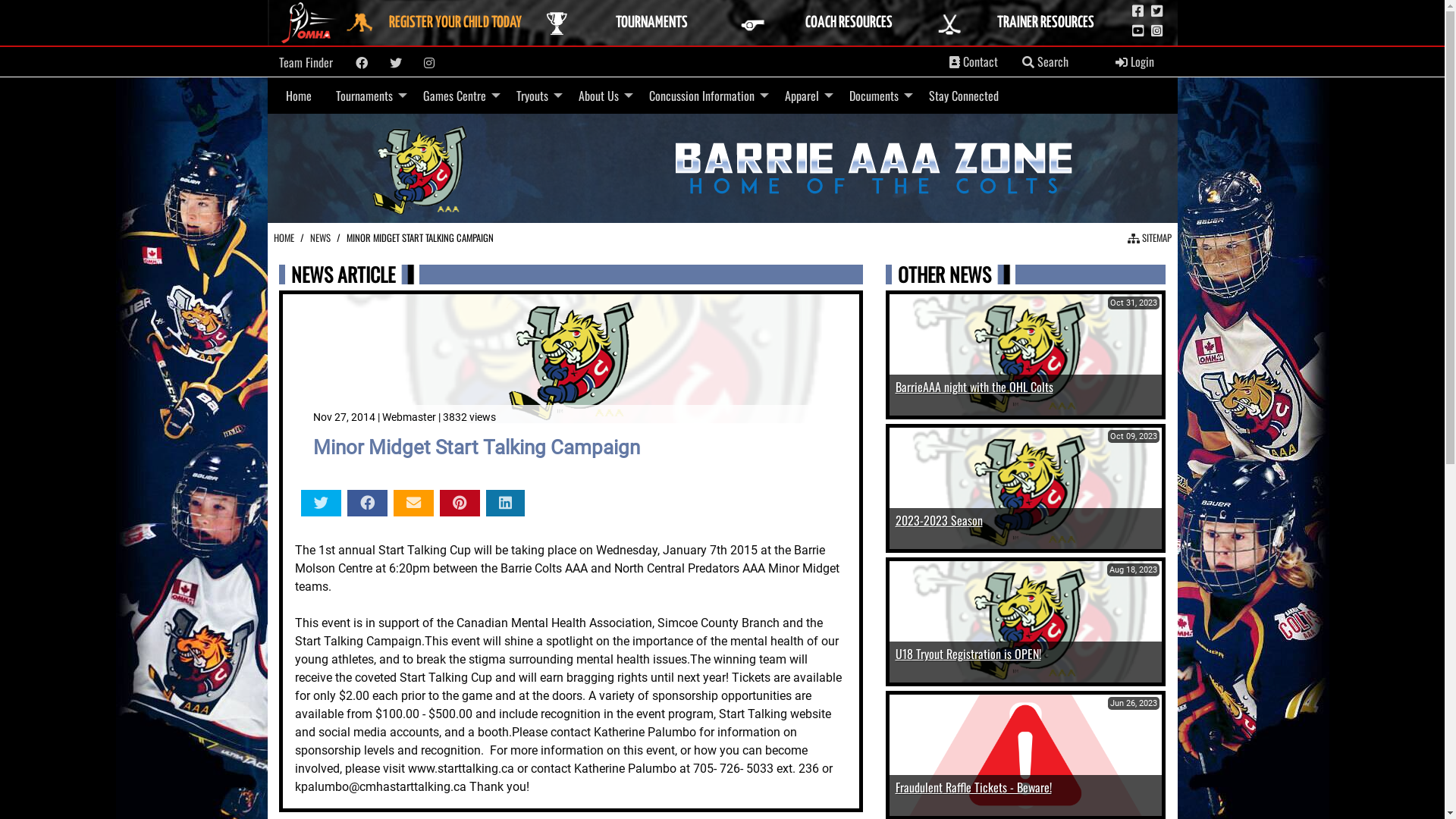  I want to click on 'Contacts', so click(953, 61).